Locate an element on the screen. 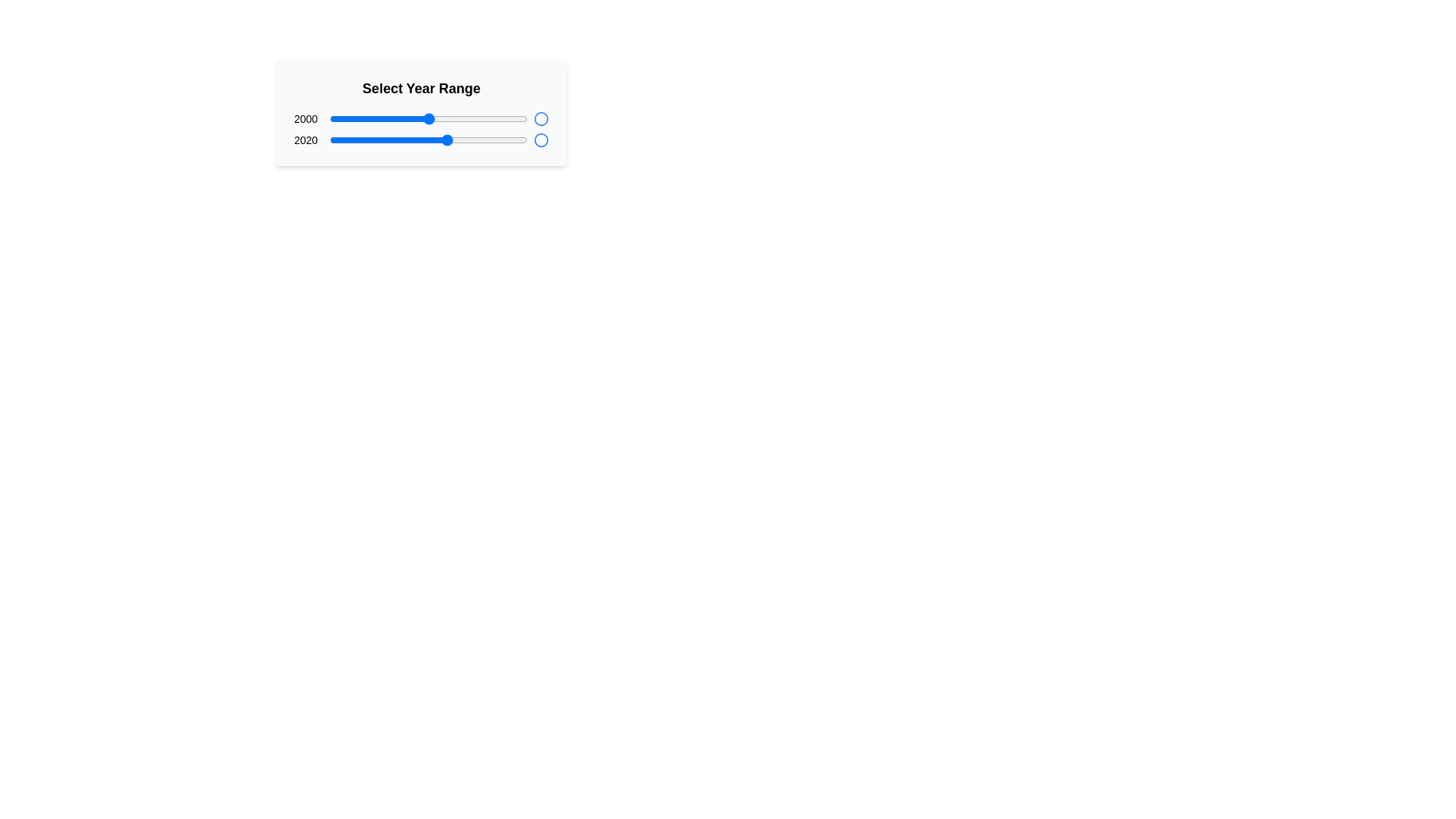 This screenshot has height=819, width=1456. the year slider is located at coordinates (513, 140).